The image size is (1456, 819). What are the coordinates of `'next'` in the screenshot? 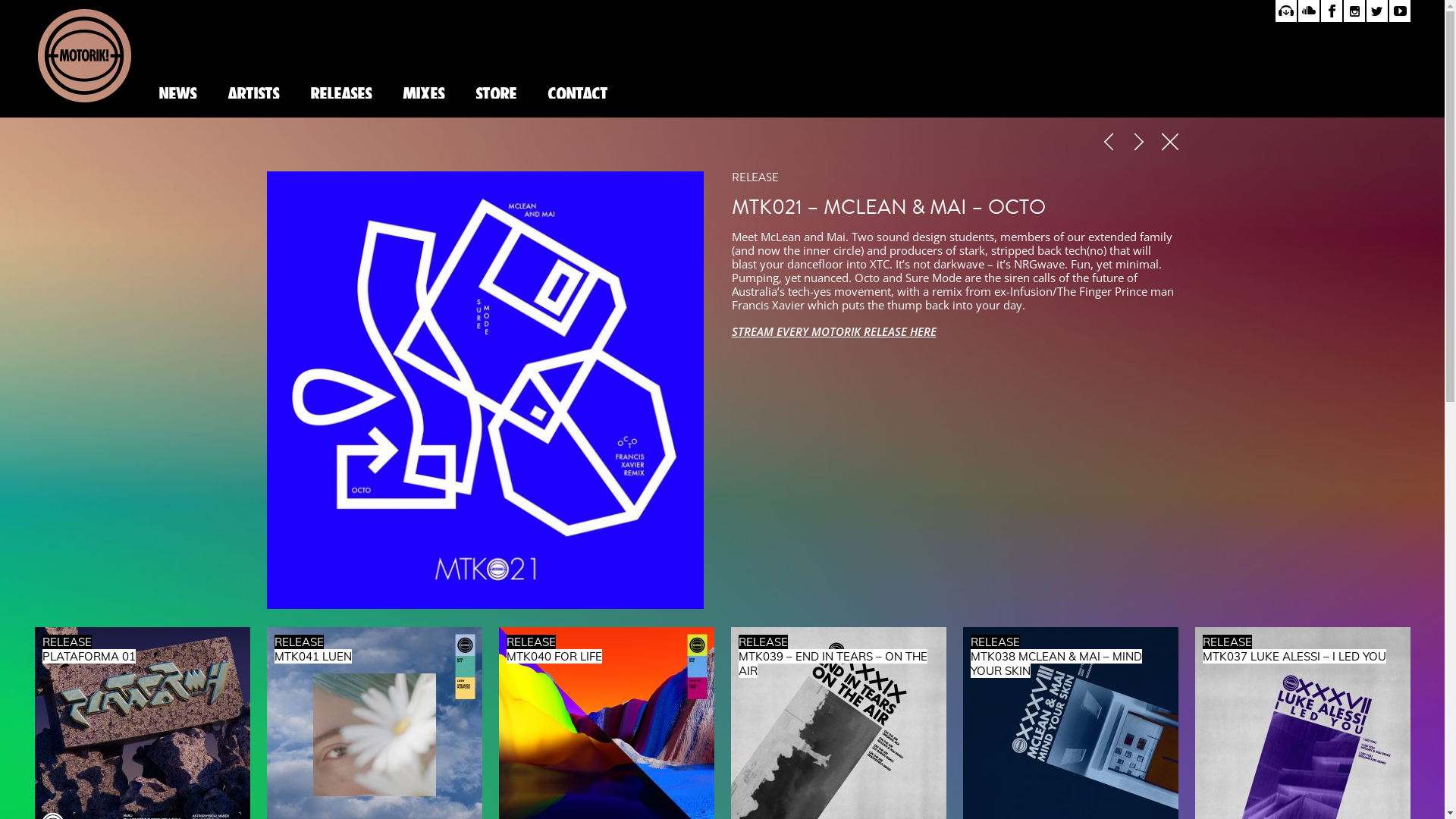 It's located at (1141, 143).